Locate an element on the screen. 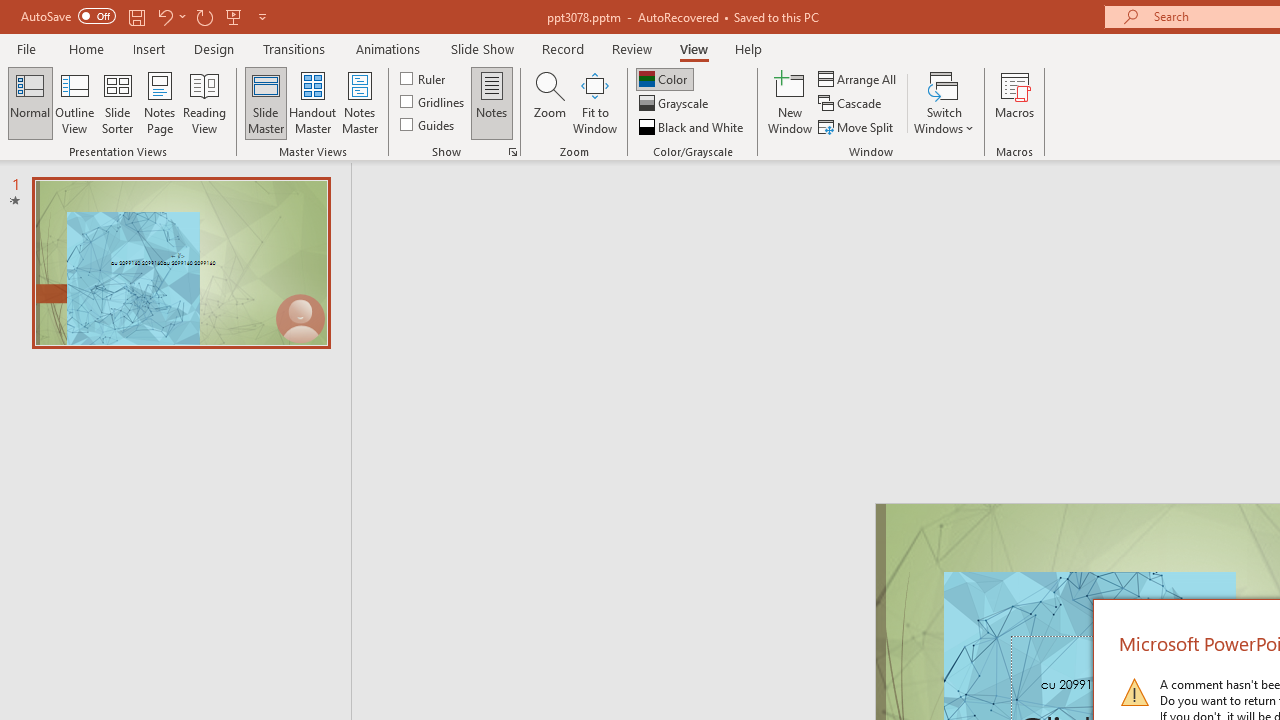 This screenshot has width=1280, height=720. 'Insert' is located at coordinates (148, 48).